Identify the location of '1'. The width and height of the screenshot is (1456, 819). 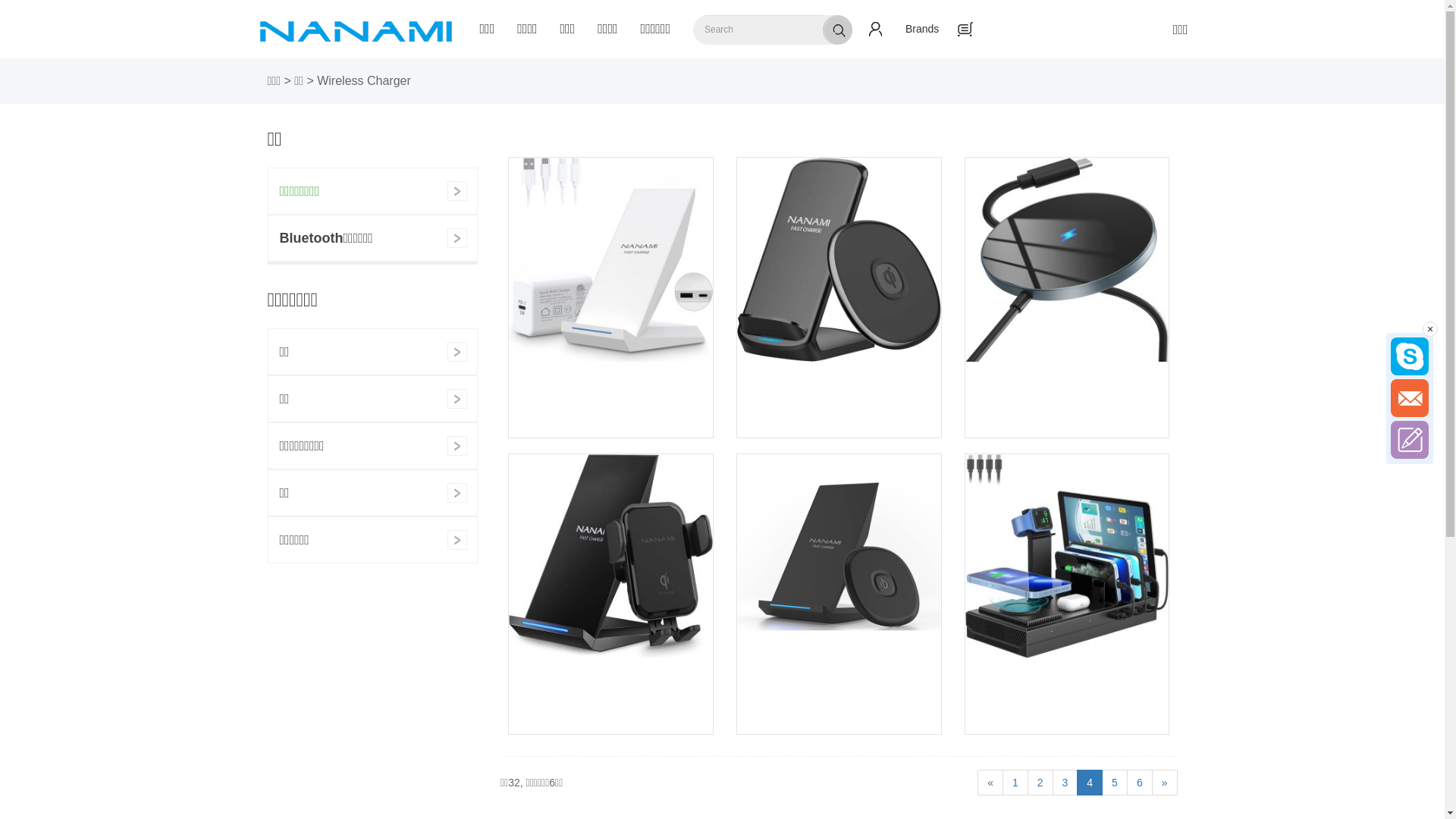
(1015, 783).